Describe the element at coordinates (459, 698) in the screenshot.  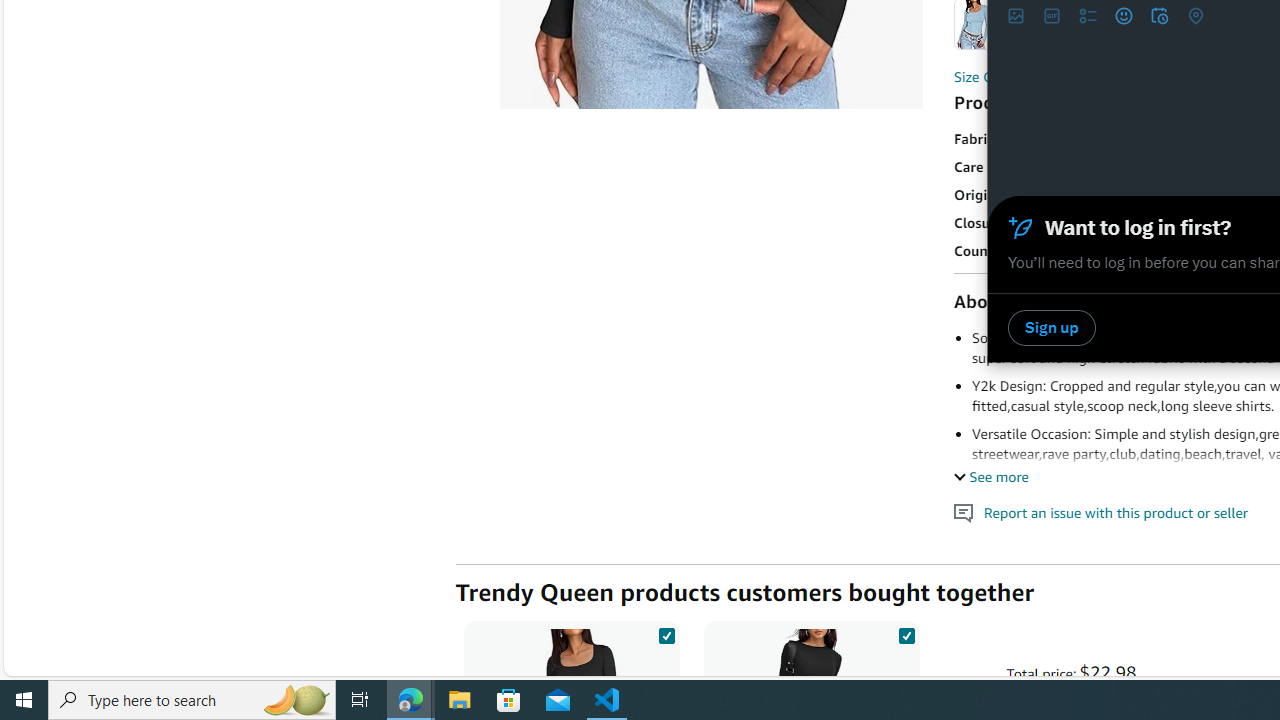
I see `'File Explorer'` at that location.